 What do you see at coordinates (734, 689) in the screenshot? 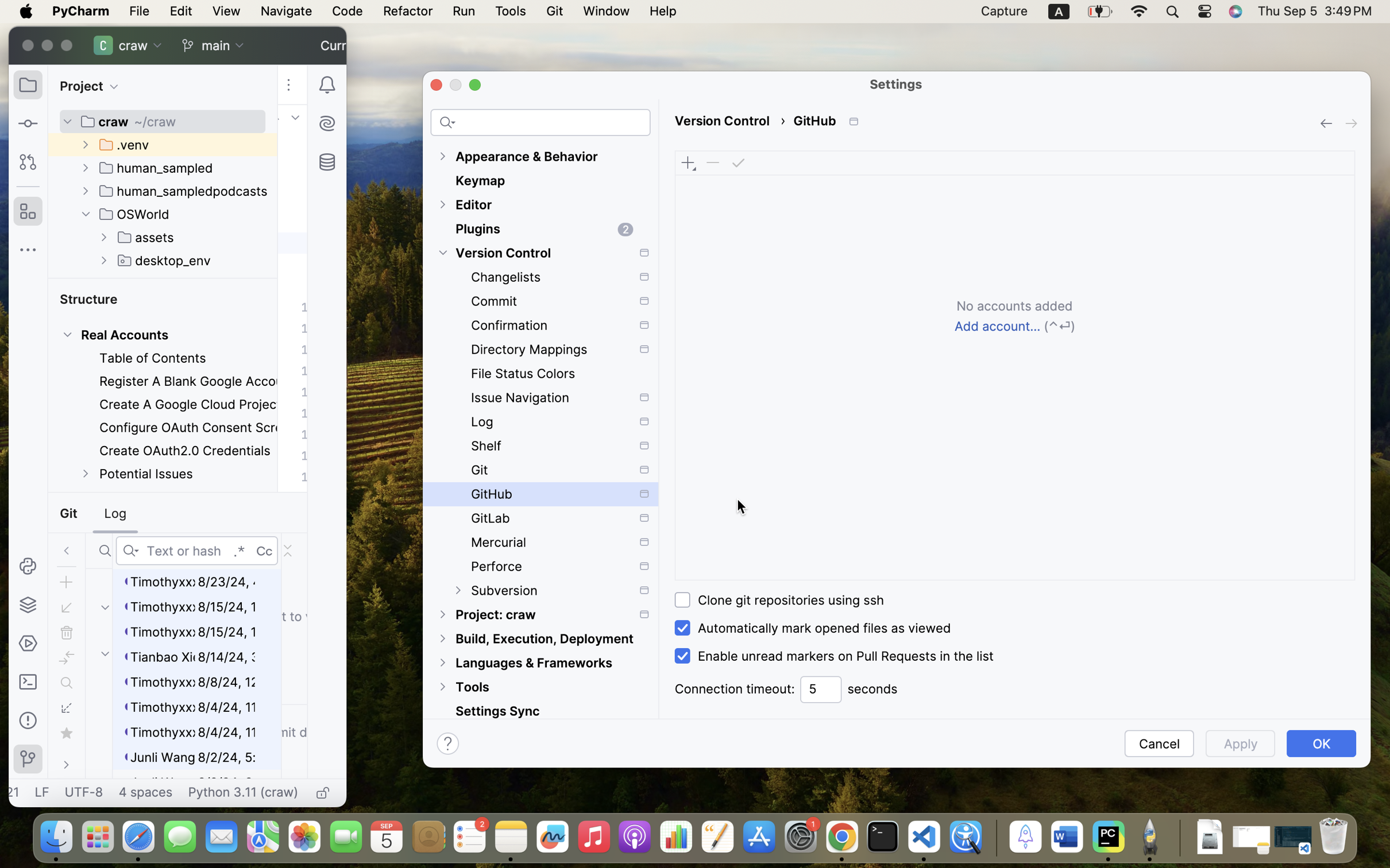
I see `'Connection timeout:'` at bounding box center [734, 689].